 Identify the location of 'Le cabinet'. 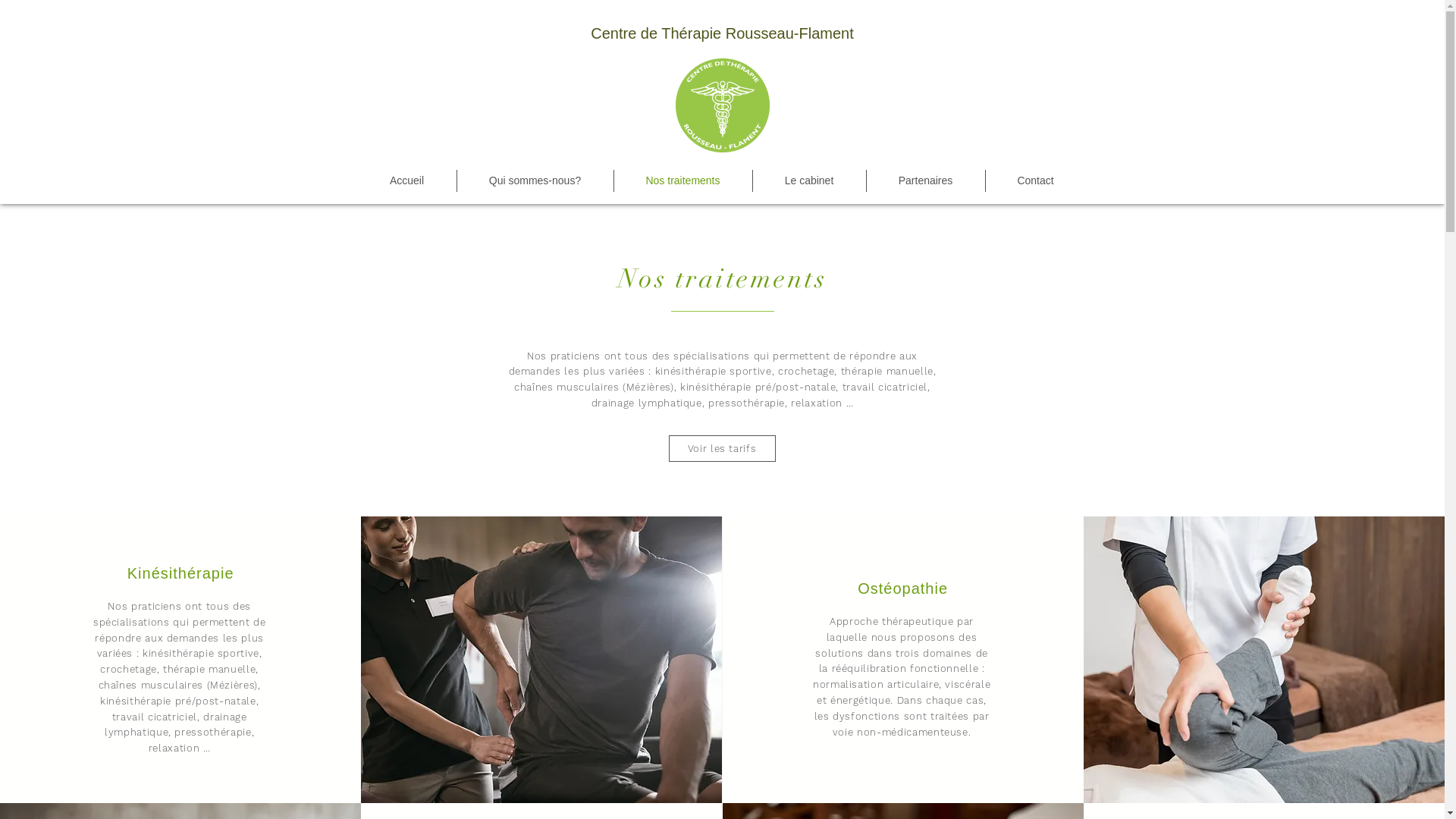
(808, 180).